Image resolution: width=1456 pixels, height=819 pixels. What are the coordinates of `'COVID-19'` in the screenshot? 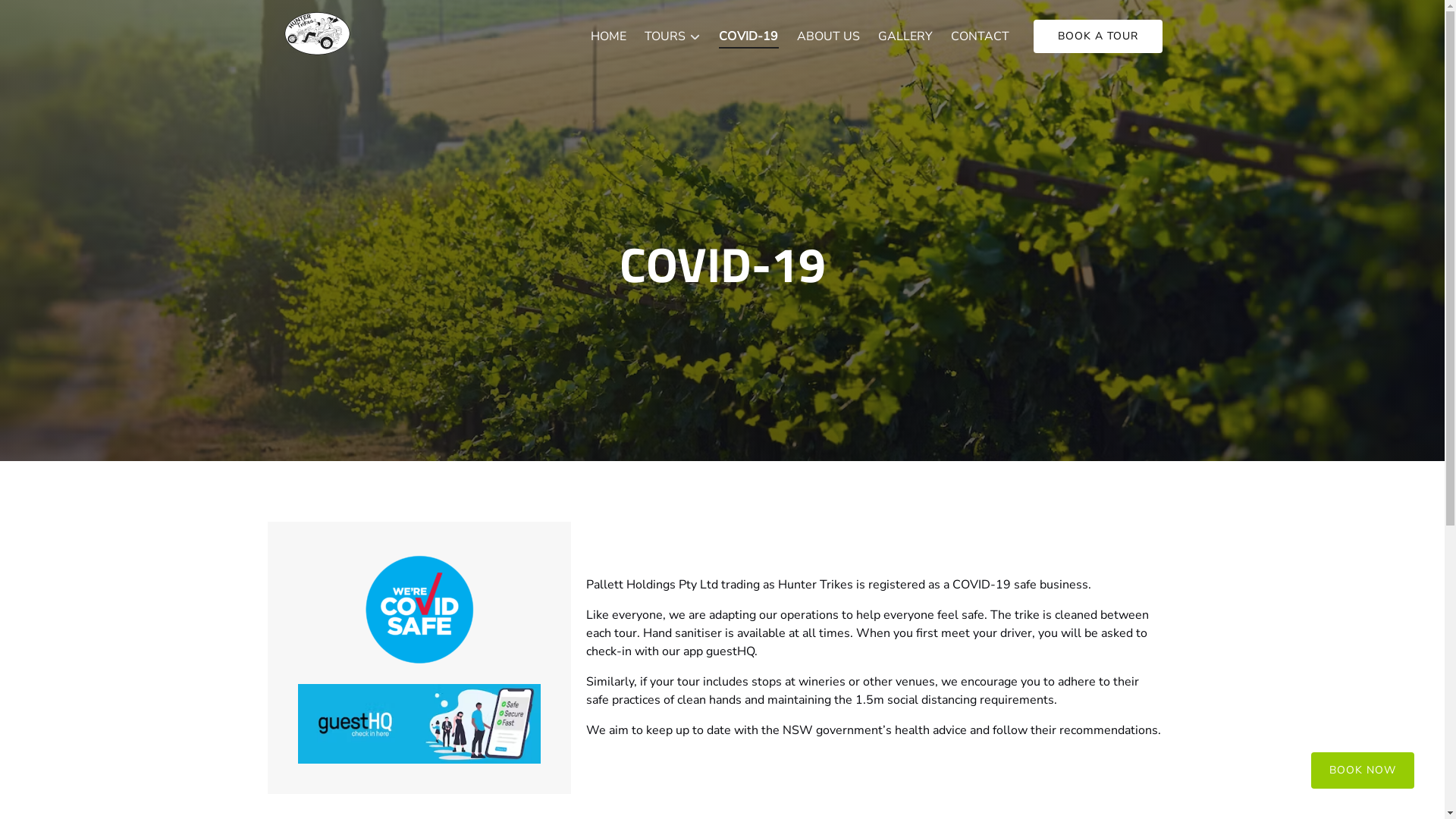 It's located at (748, 35).